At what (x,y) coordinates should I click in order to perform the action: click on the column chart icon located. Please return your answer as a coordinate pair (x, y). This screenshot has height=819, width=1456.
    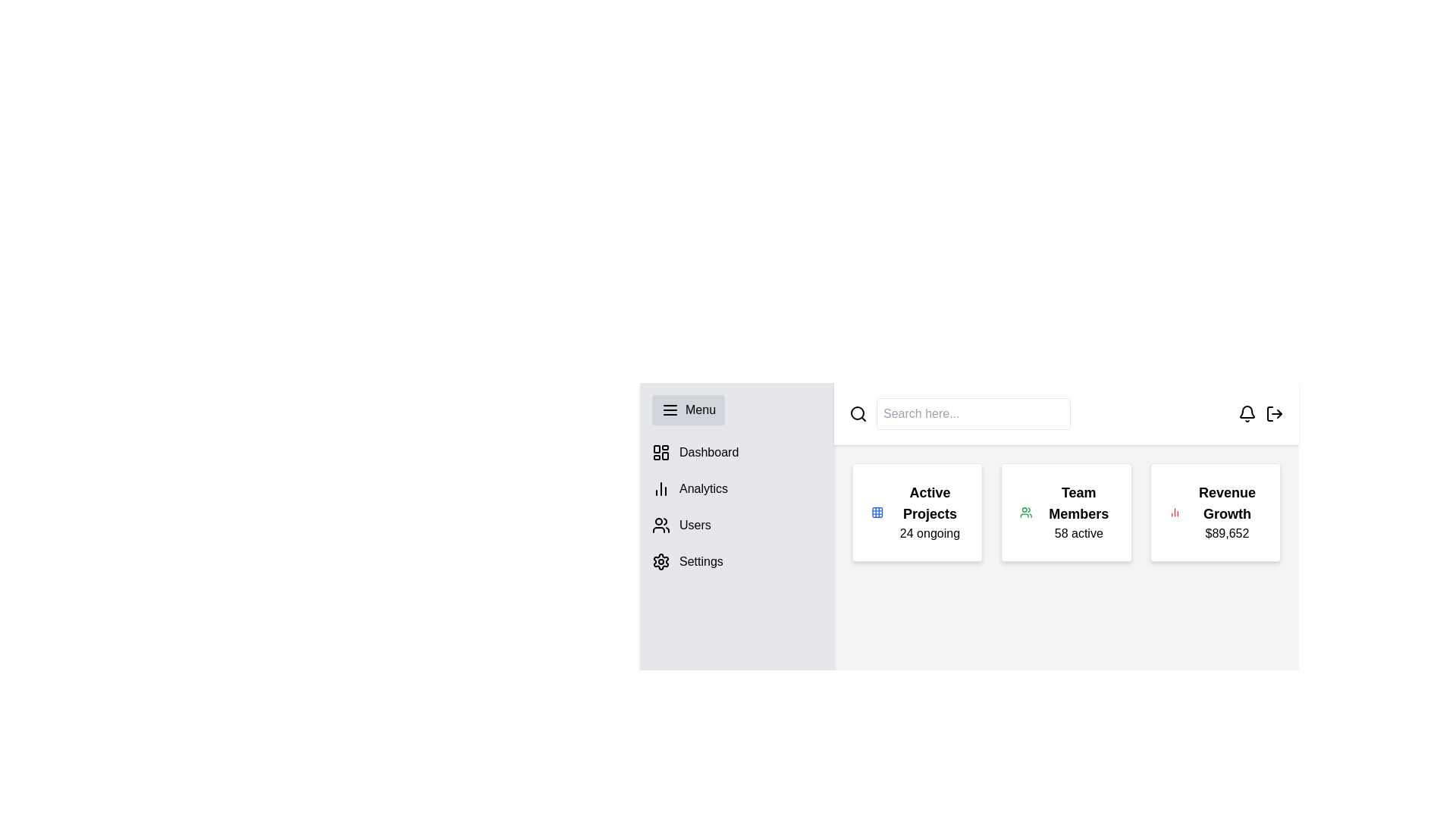
    Looking at the image, I should click on (661, 488).